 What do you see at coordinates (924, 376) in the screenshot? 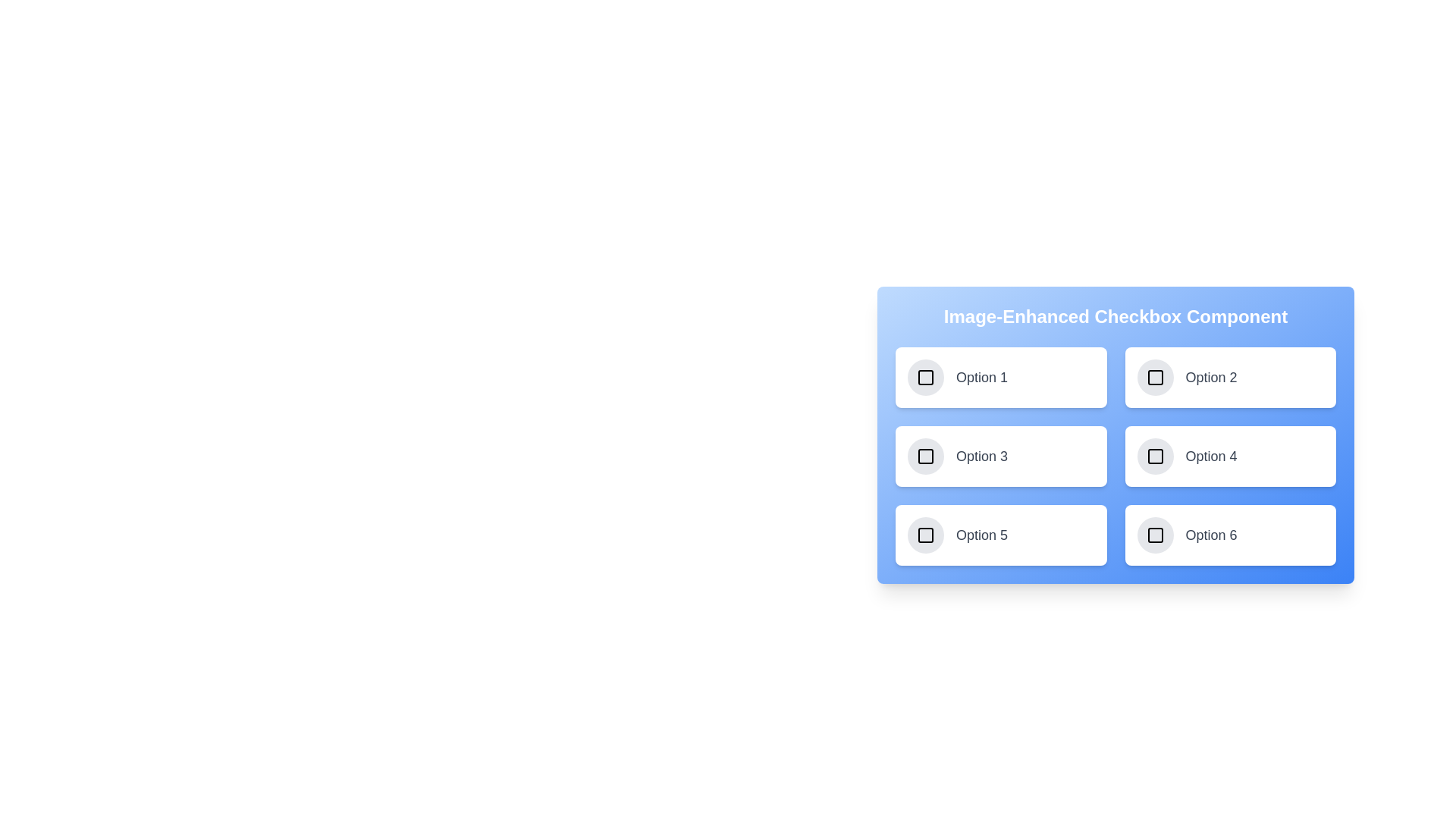
I see `the checkbox corresponding to 1` at bounding box center [924, 376].